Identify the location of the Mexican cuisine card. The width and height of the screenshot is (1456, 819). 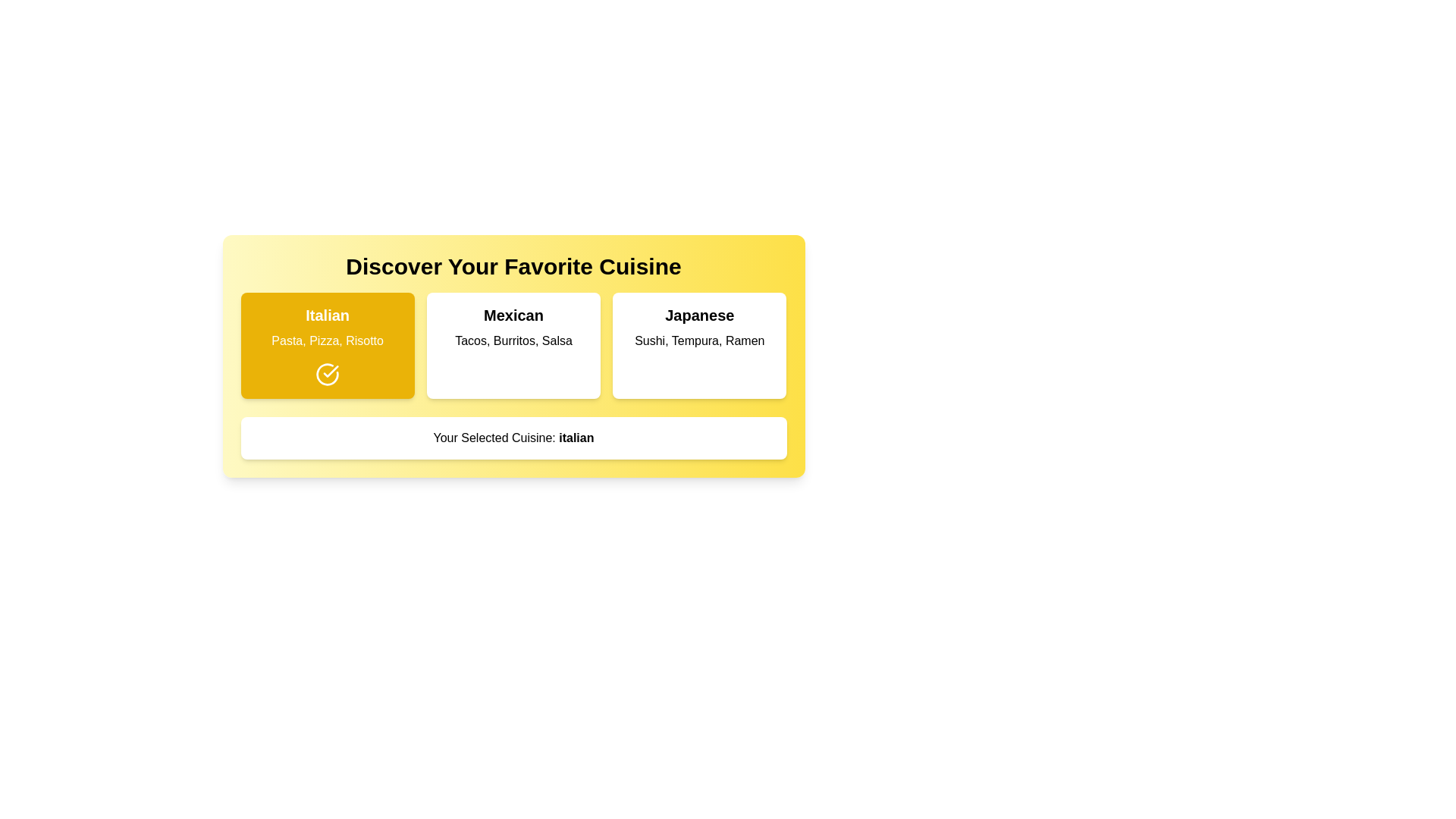
(513, 345).